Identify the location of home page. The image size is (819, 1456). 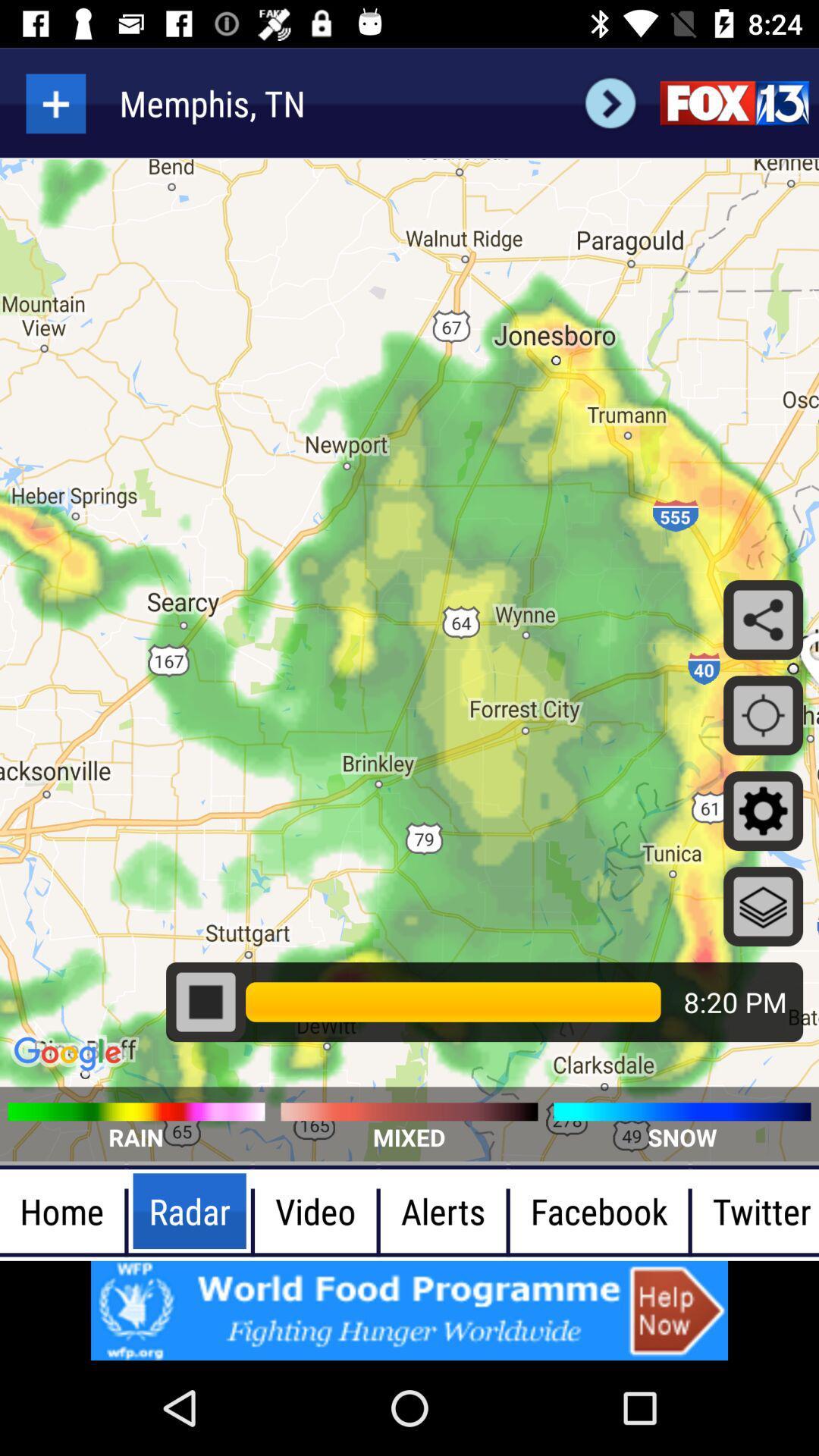
(733, 102).